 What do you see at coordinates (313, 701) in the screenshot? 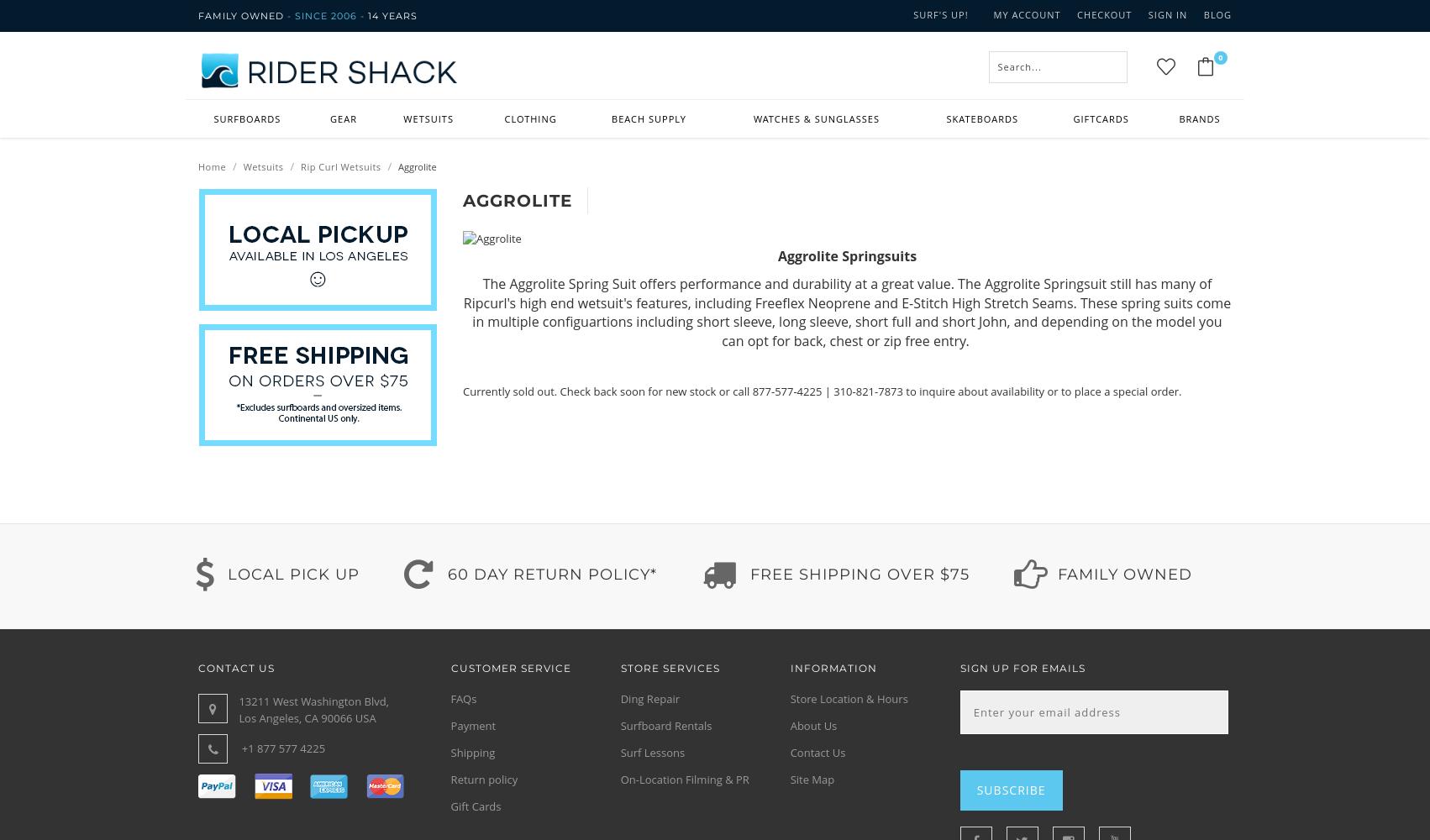
I see `'13211 West Washington Blvd,'` at bounding box center [313, 701].